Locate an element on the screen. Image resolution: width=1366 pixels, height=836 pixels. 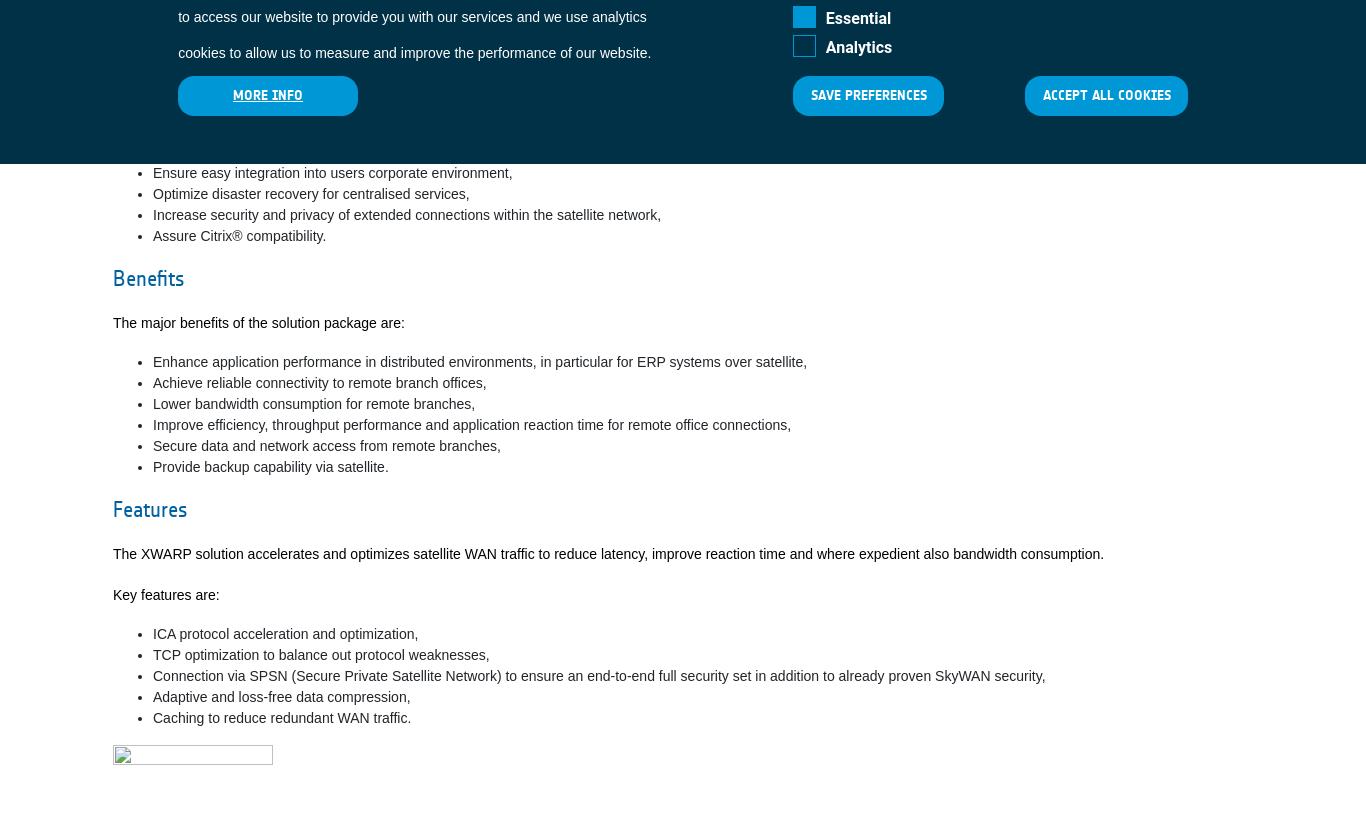
'Save preferences' is located at coordinates (868, 95).